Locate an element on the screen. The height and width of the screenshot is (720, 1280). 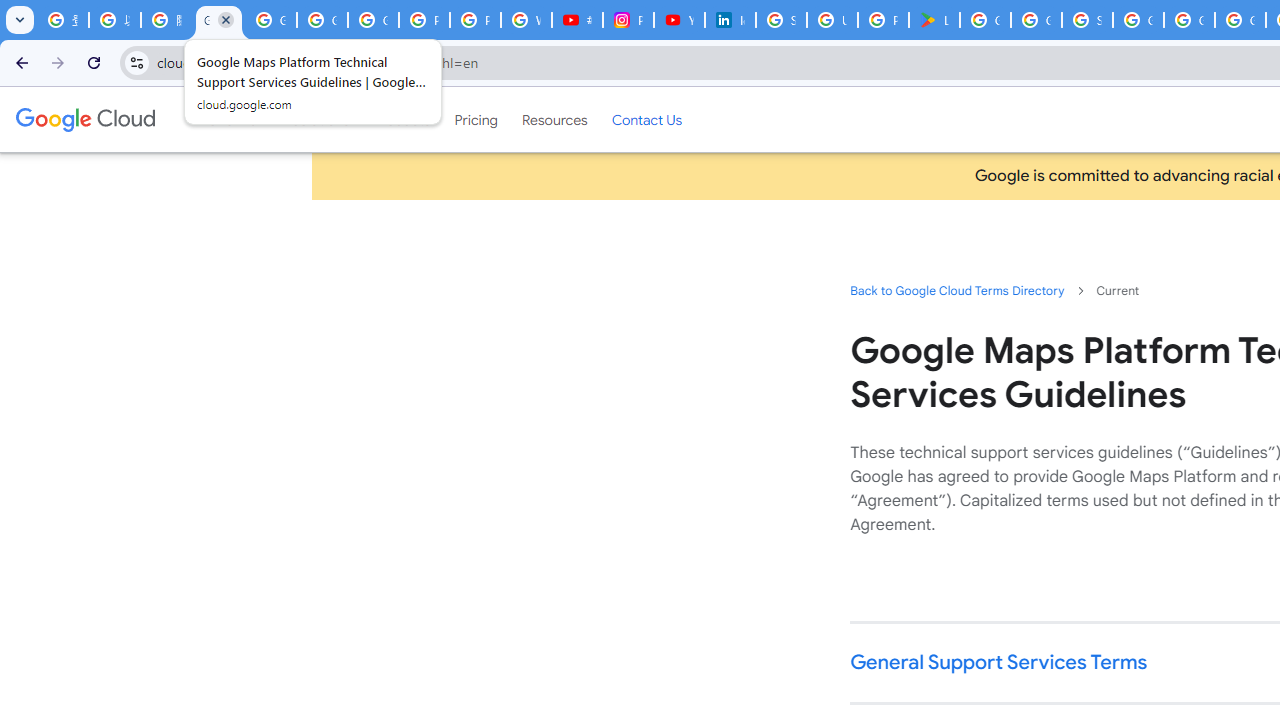
'Resources' is located at coordinates (554, 119).